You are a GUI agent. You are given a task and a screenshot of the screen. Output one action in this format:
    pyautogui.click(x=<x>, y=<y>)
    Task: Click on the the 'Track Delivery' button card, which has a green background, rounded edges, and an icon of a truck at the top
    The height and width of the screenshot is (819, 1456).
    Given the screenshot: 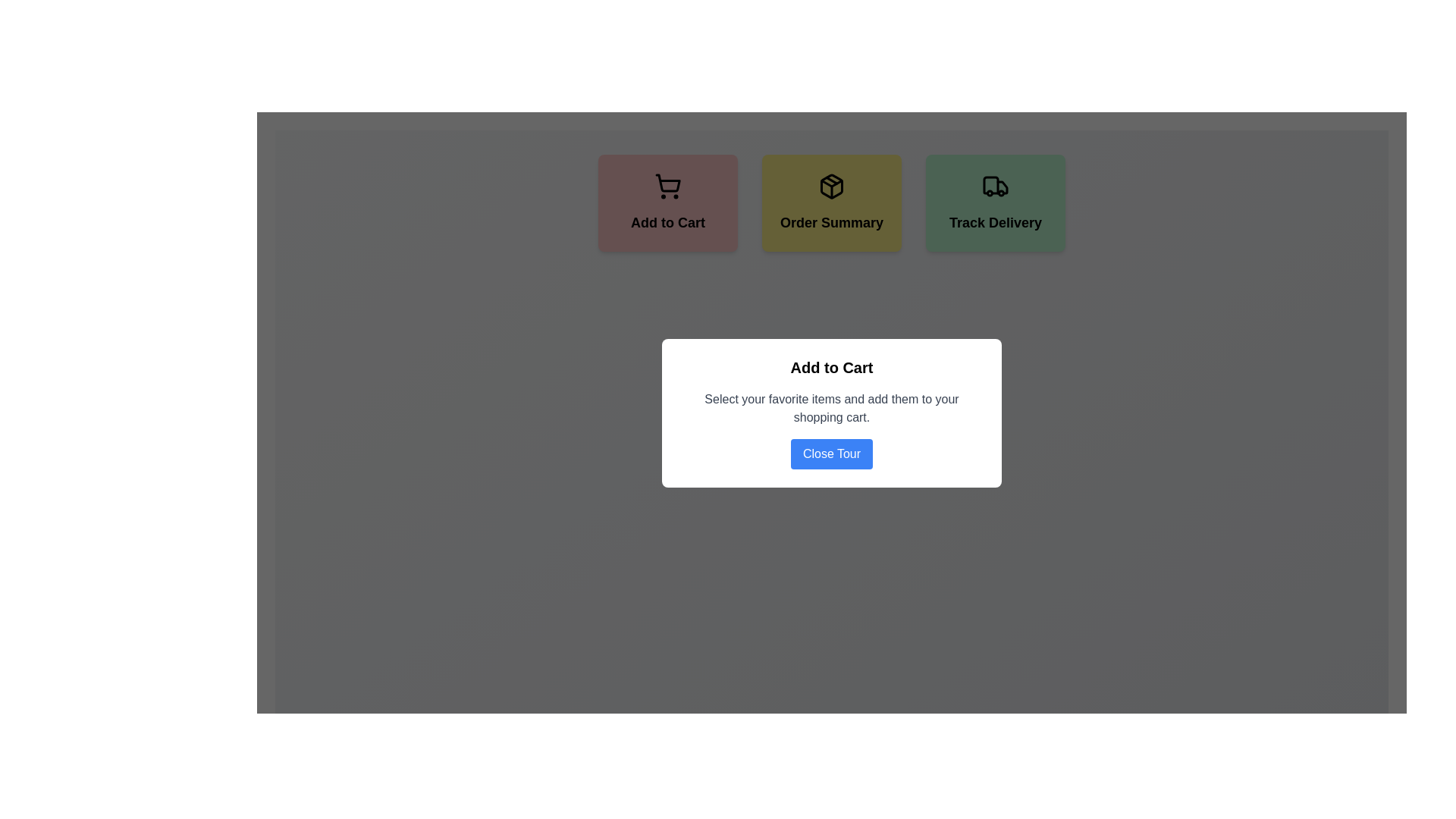 What is the action you would take?
    pyautogui.click(x=996, y=202)
    